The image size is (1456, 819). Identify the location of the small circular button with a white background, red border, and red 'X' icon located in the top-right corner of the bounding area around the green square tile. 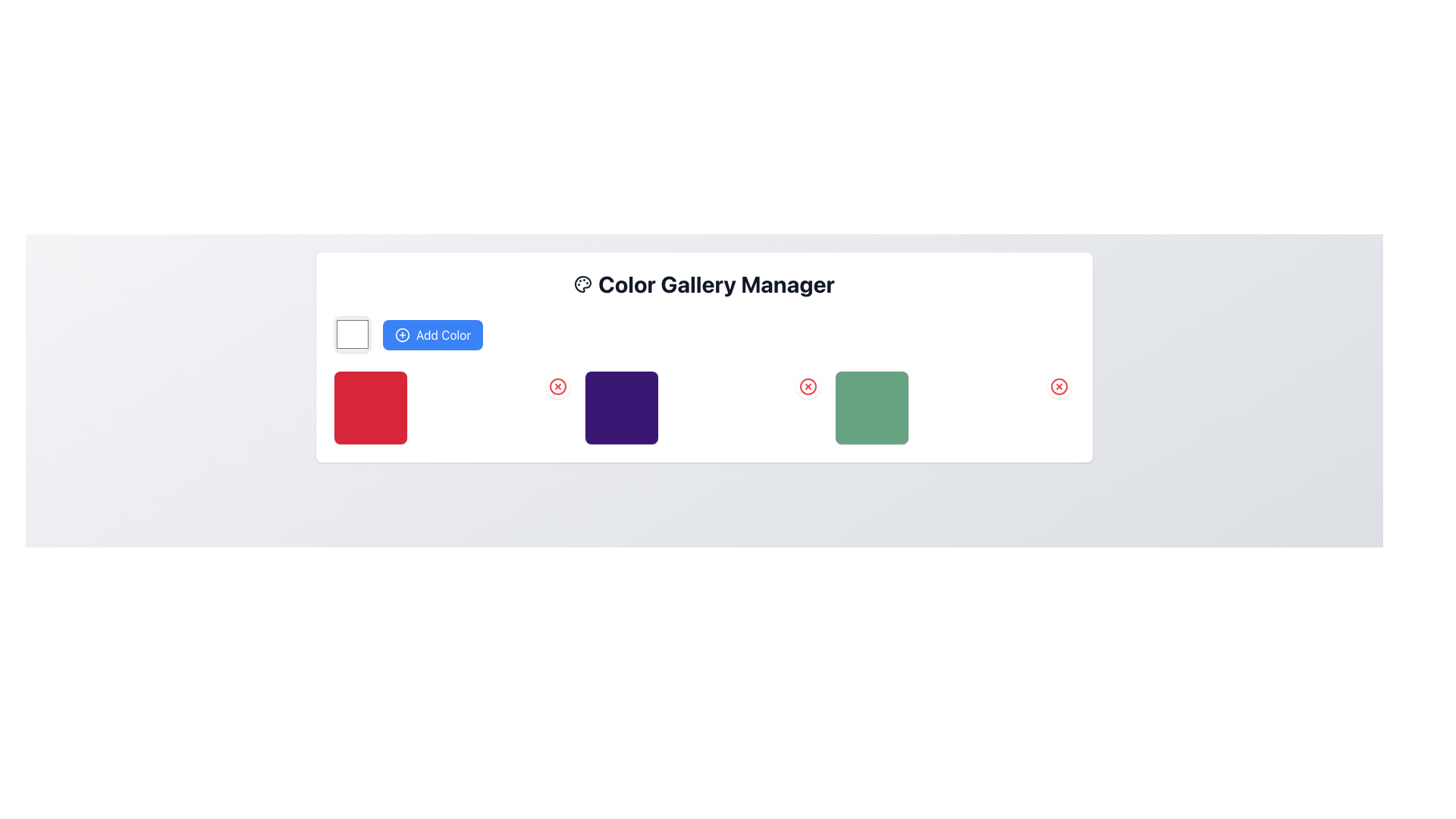
(808, 385).